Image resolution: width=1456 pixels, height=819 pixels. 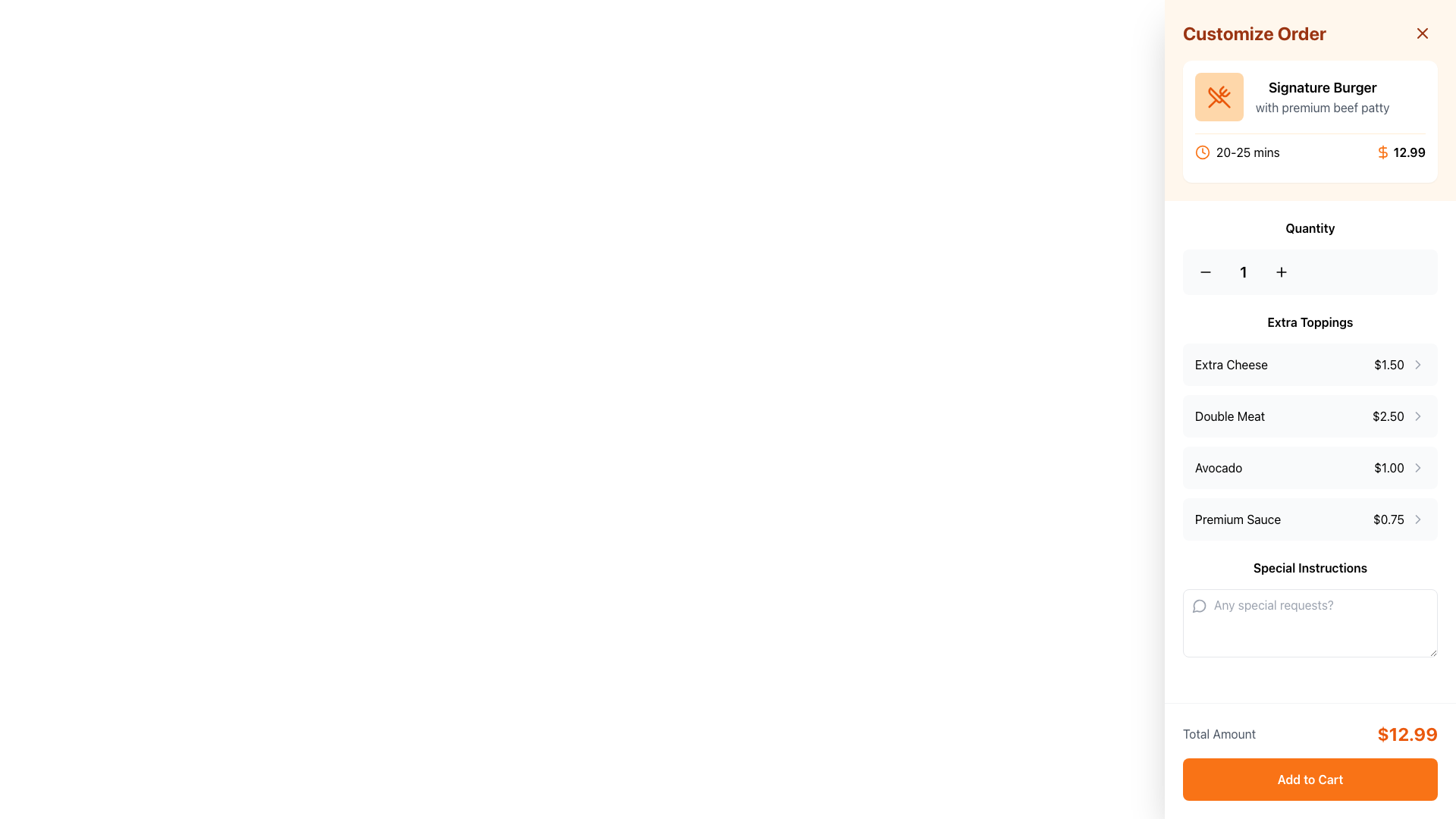 I want to click on the chevron icon located to the right of the price text '$1.00' for the 'Avocado' item under the 'Extra Toppings' list, so click(x=1417, y=467).